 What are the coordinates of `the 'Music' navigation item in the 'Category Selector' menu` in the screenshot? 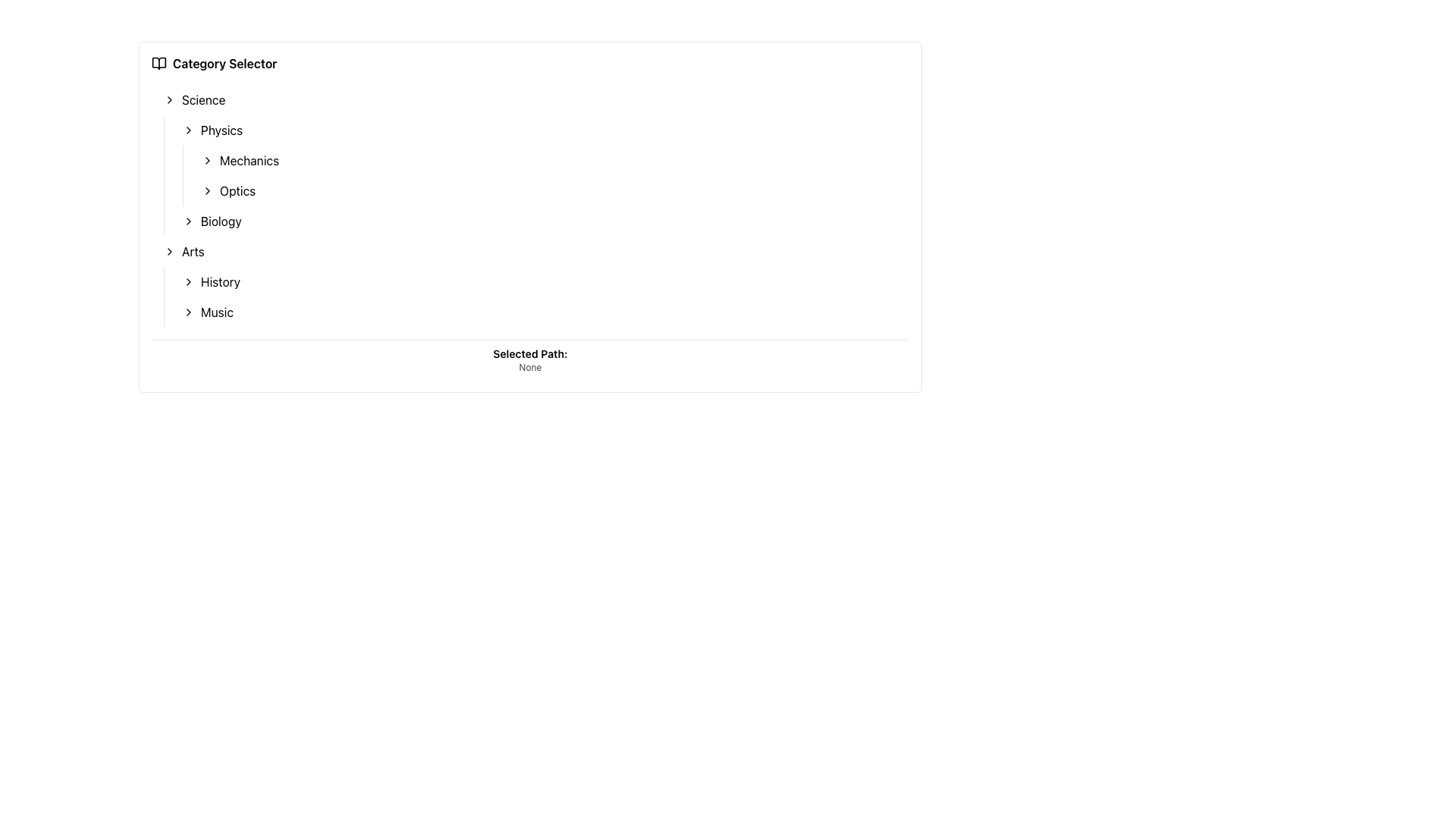 It's located at (216, 312).